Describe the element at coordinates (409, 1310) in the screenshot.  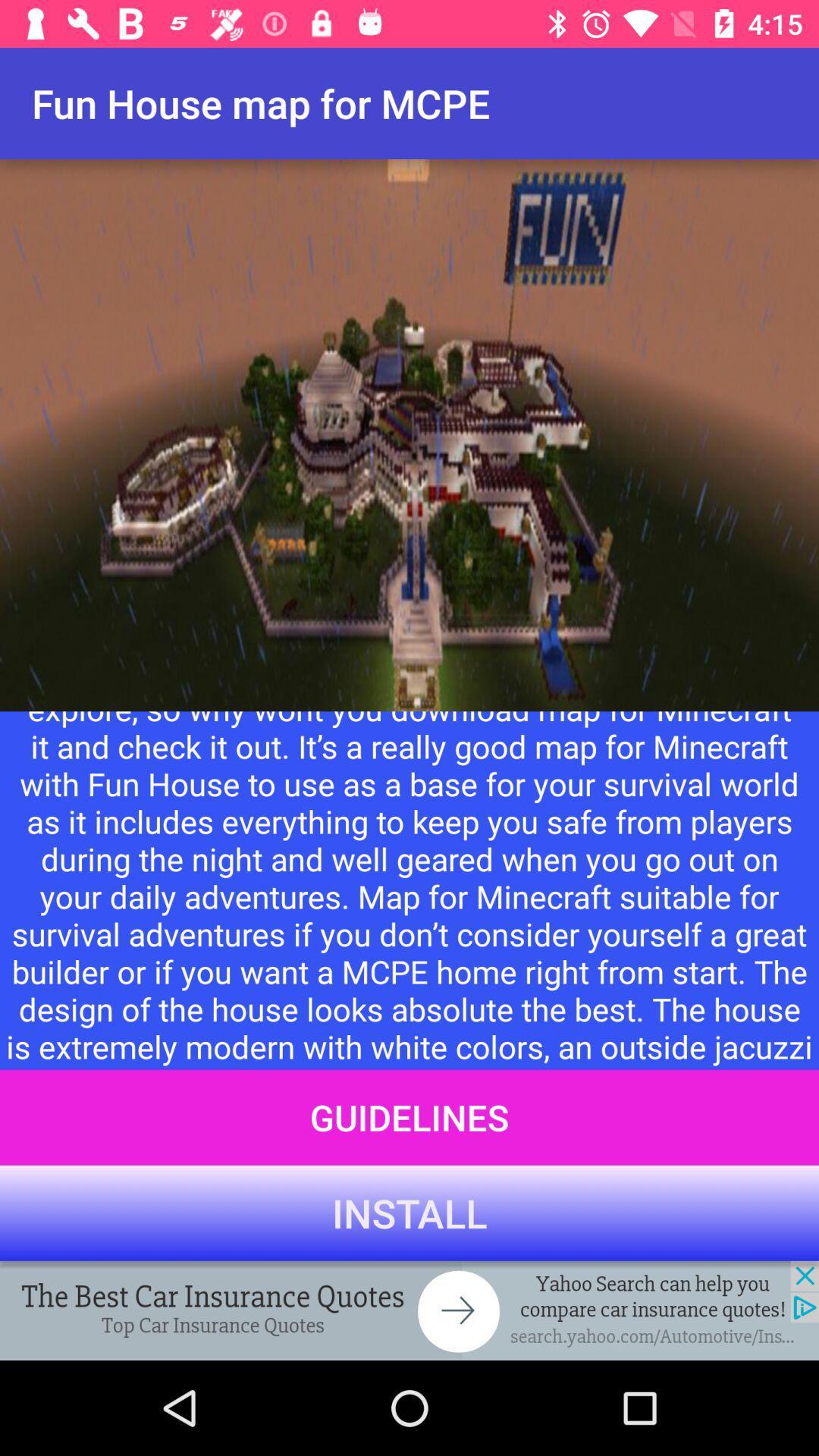
I see `car insurance advertisement` at that location.